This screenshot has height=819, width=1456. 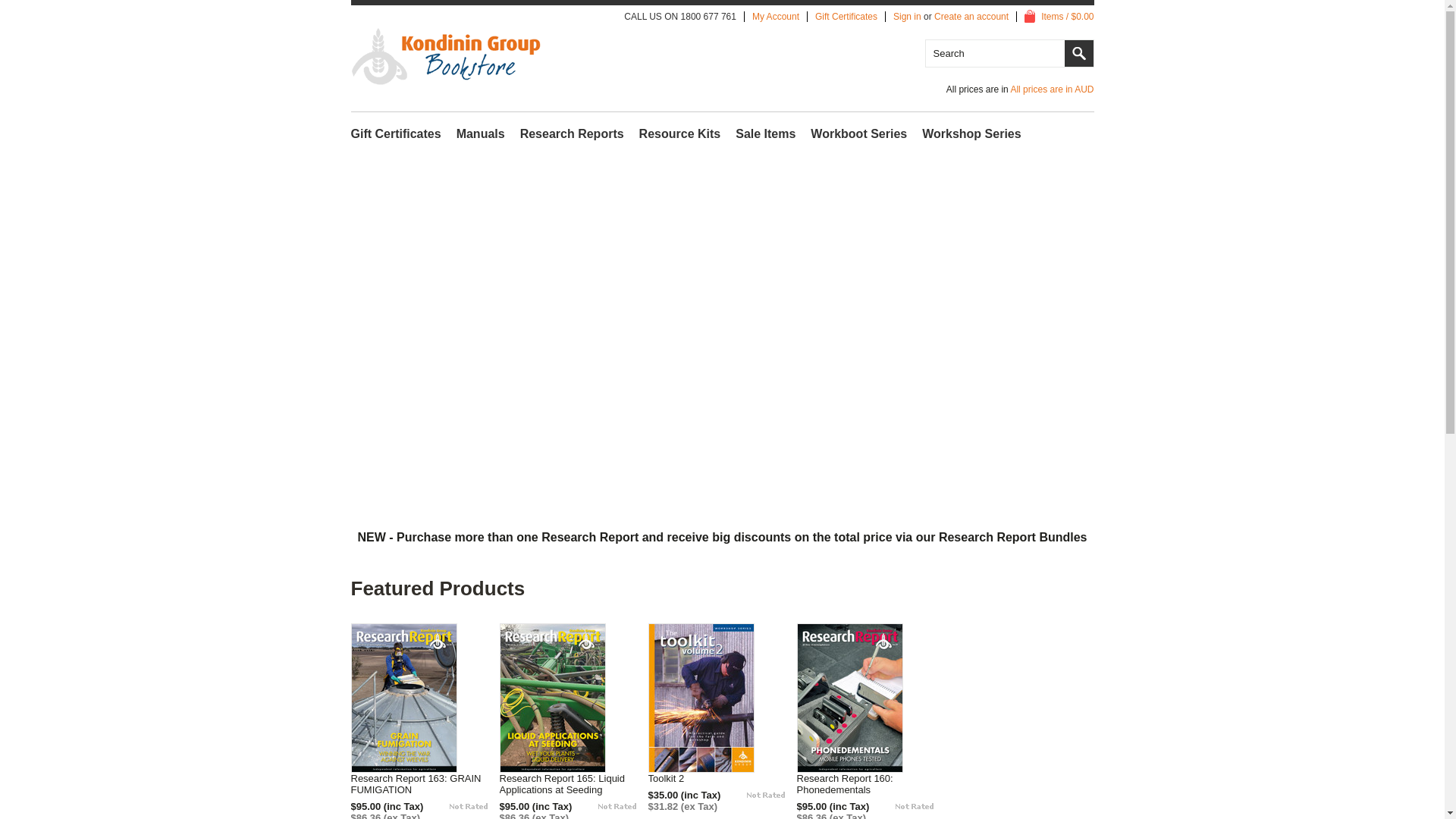 What do you see at coordinates (871, 783) in the screenshot?
I see `'Research Report 160: Phonedementals'` at bounding box center [871, 783].